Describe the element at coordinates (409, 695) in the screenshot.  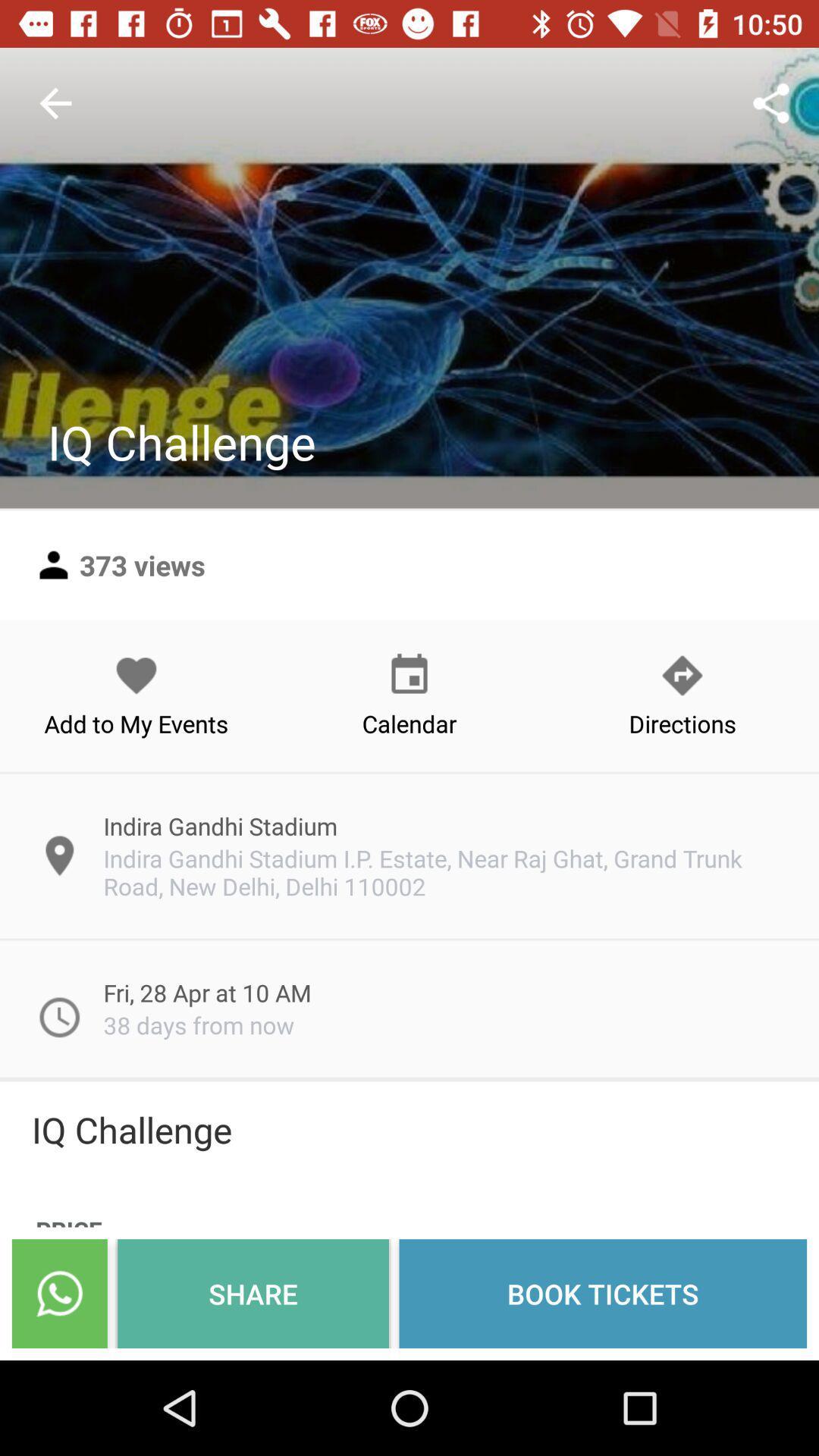
I see `calendar icon` at that location.